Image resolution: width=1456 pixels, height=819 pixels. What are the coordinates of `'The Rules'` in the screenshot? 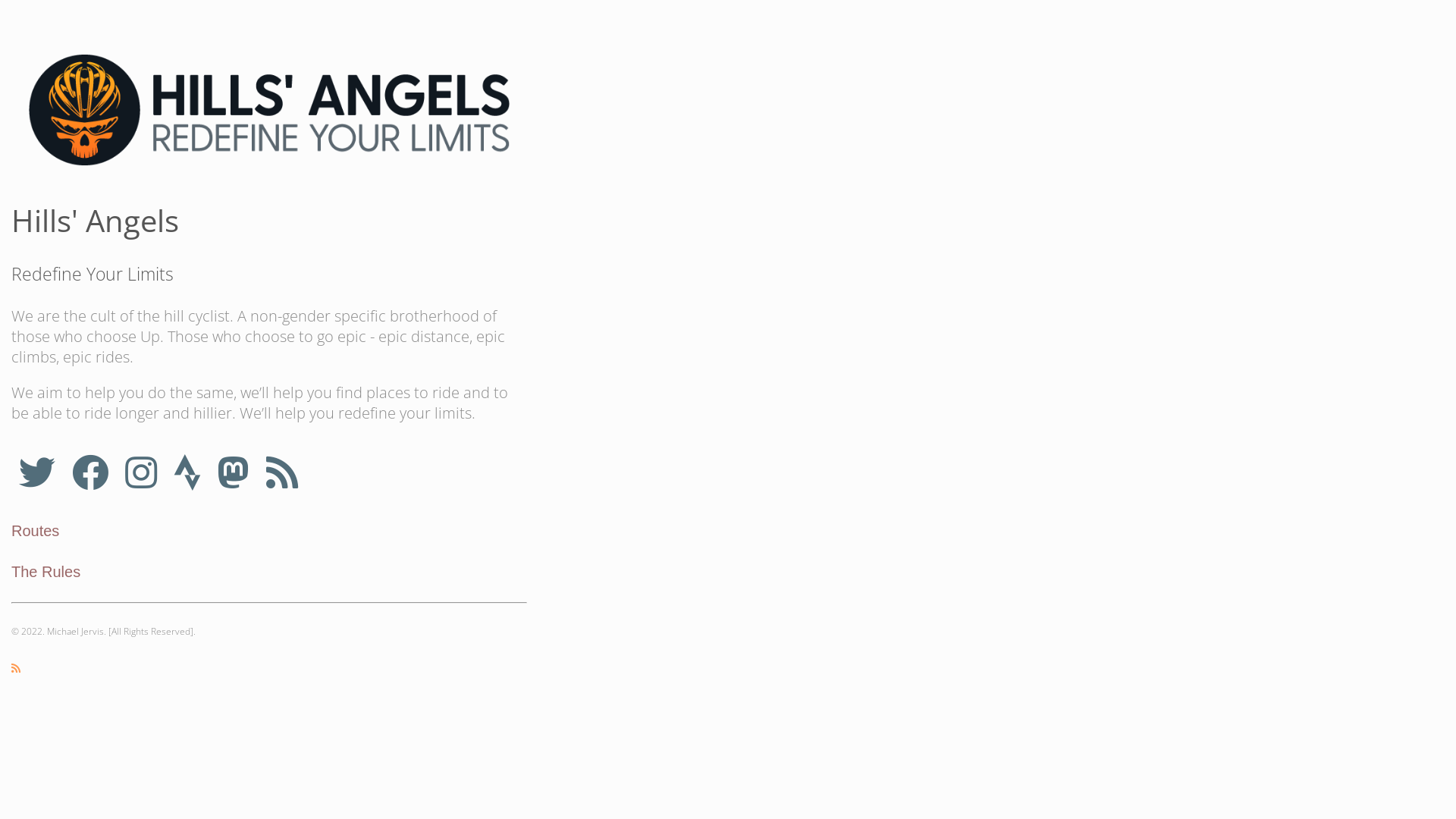 It's located at (45, 571).